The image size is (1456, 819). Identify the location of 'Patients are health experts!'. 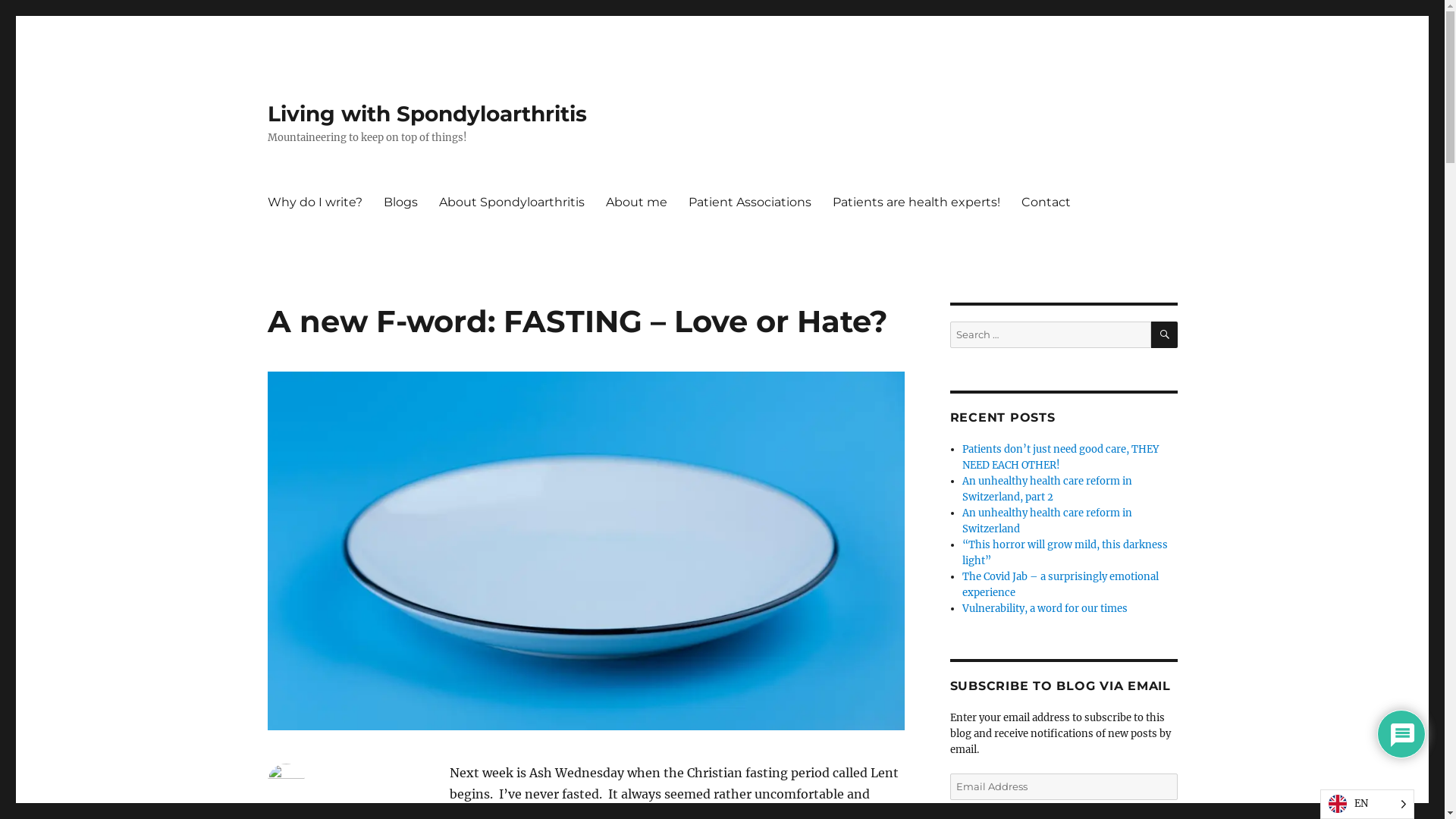
(915, 201).